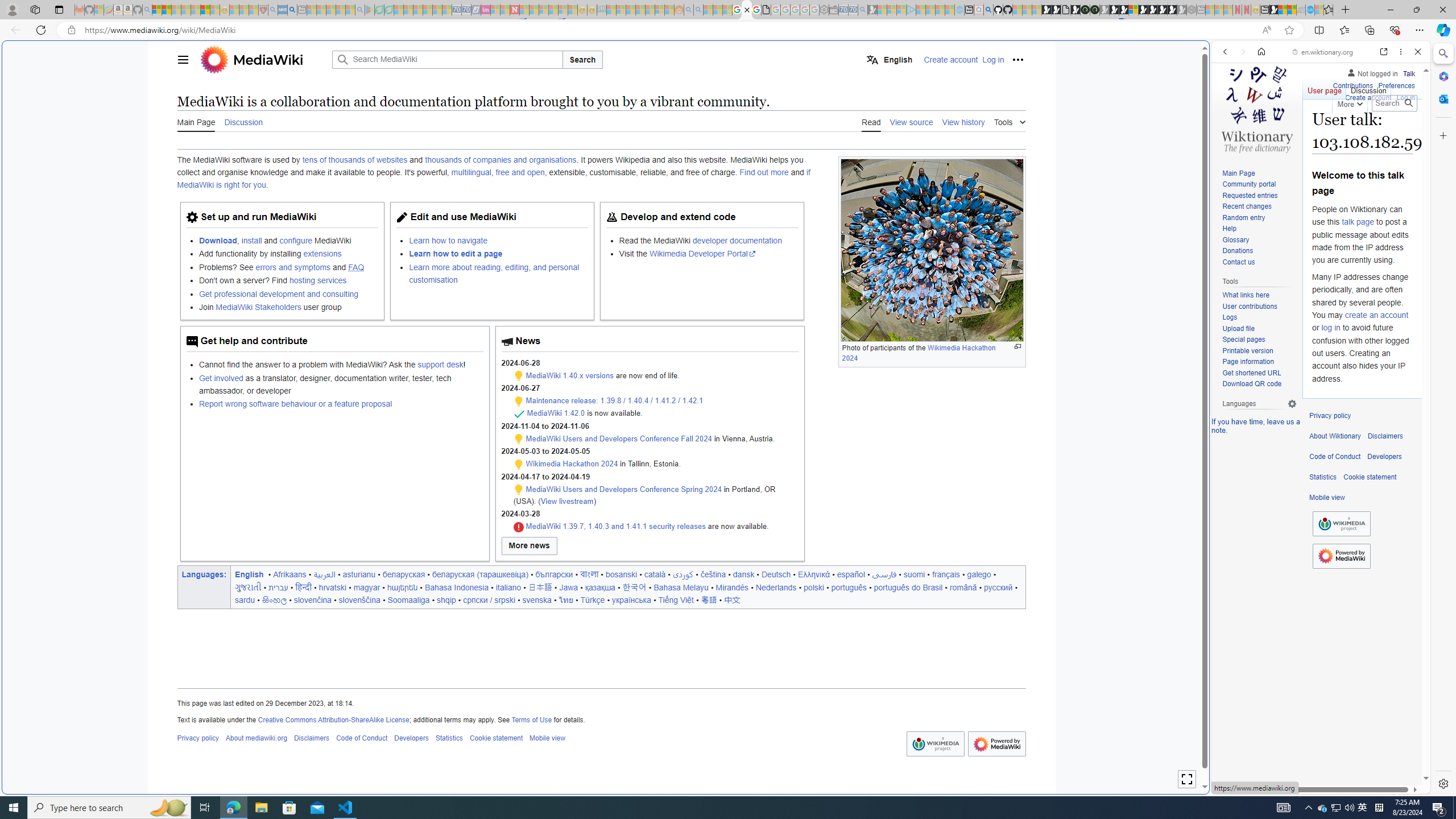 The image size is (1456, 819). Describe the element at coordinates (1238, 328) in the screenshot. I see `'Upload file'` at that location.